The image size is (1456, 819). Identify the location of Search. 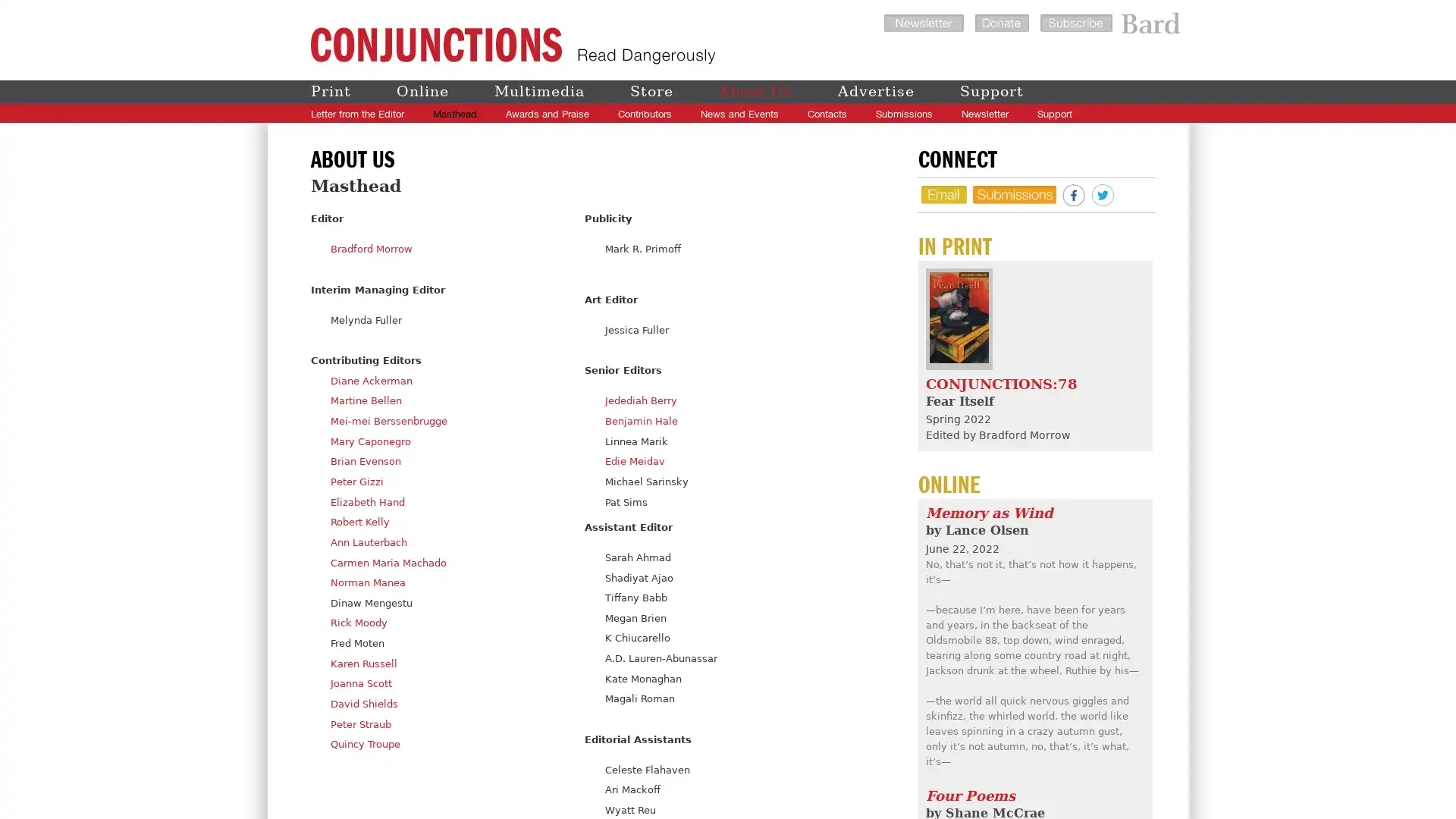
(1140, 113).